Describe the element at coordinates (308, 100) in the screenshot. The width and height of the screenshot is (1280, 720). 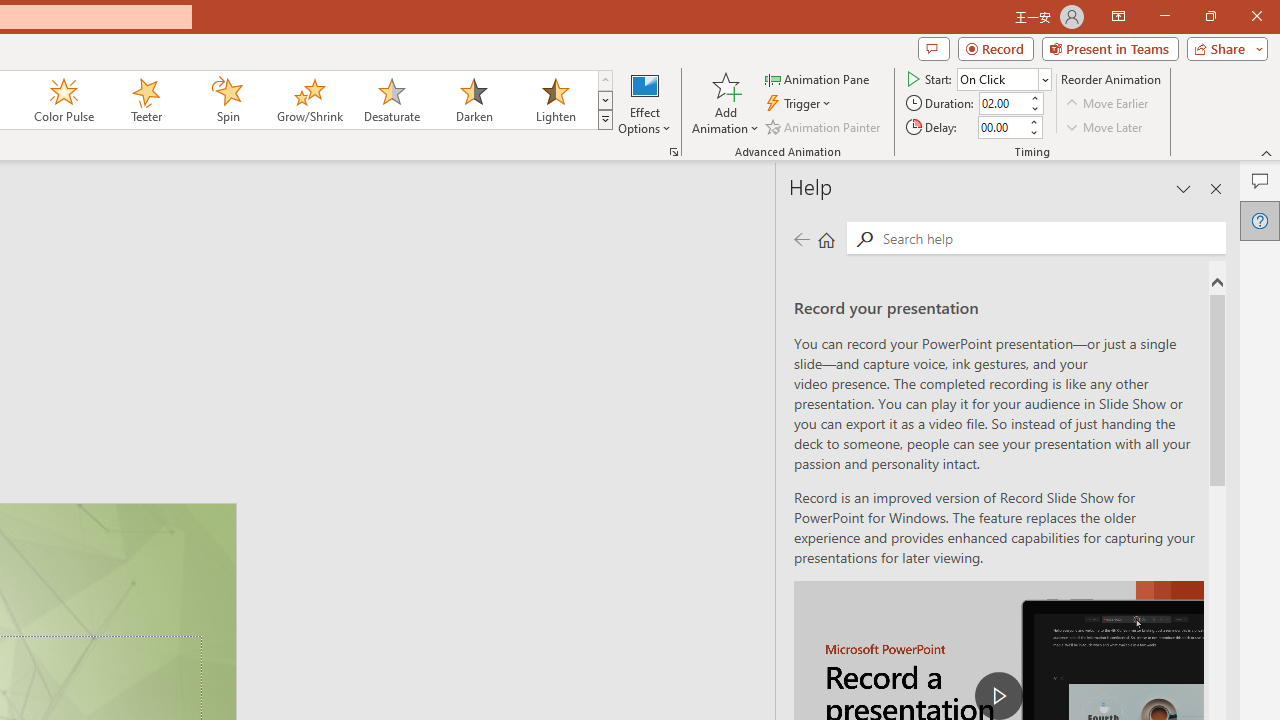
I see `'Grow/Shrink'` at that location.